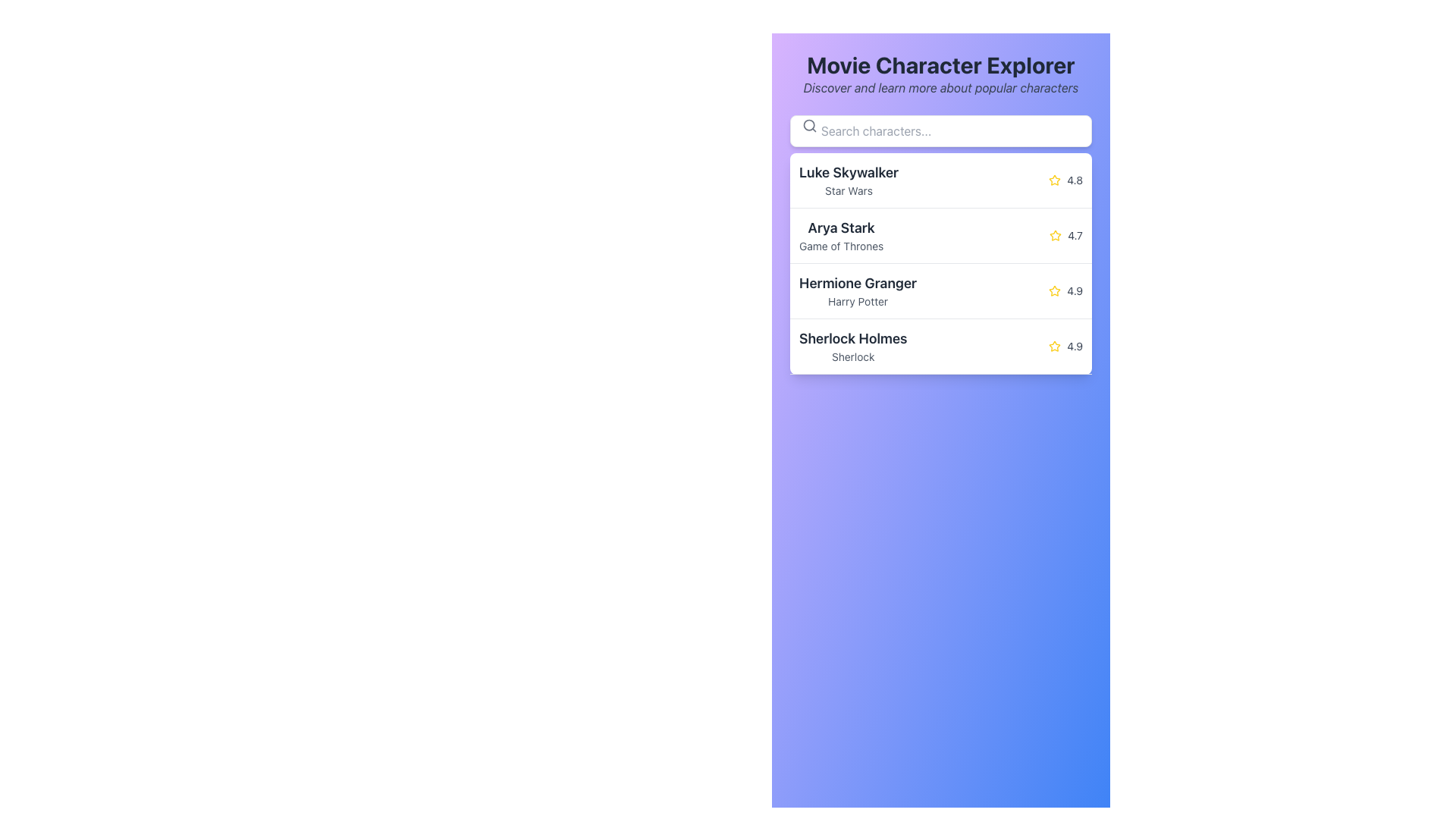  What do you see at coordinates (1074, 291) in the screenshot?
I see `the static text displaying the rating '4.9', which is styled in gray and located in the fourth row of character ratings, right-most after the yellow star icon` at bounding box center [1074, 291].